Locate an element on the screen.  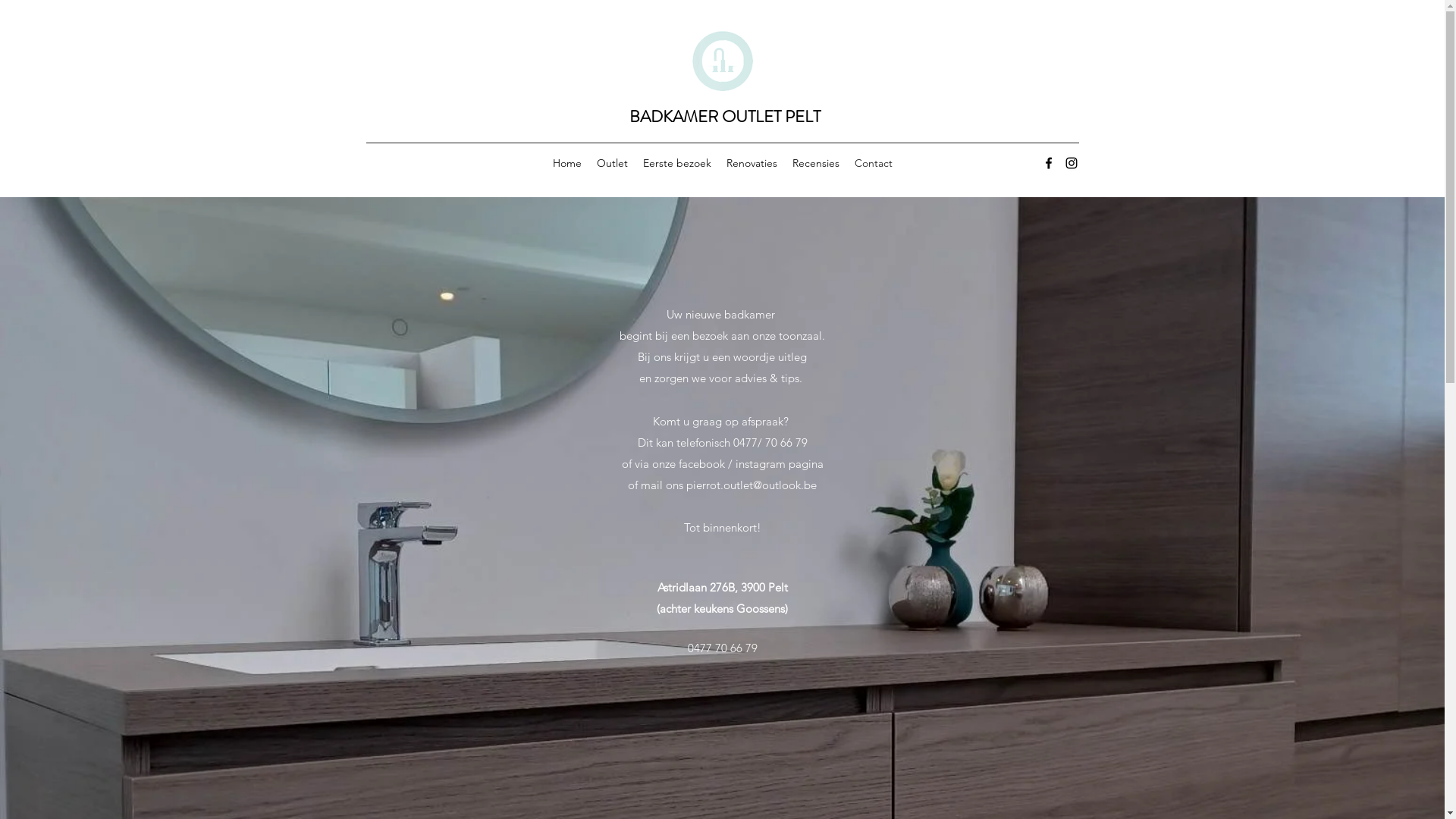
'BADKAMER OUTLET PELT' is located at coordinates (723, 115).